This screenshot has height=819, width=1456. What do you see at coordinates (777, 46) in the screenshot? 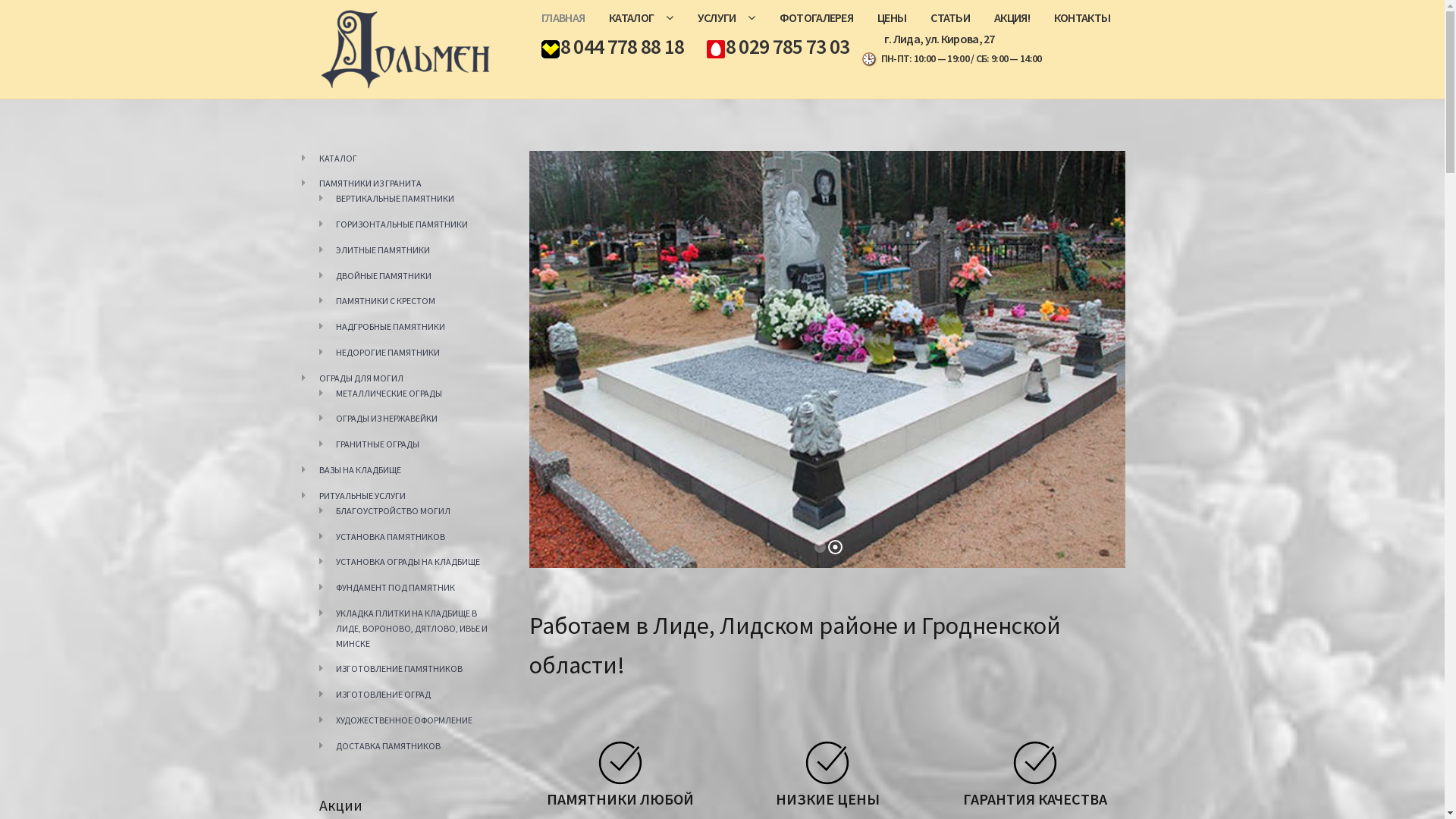
I see `'8 029 785 73 03'` at bounding box center [777, 46].